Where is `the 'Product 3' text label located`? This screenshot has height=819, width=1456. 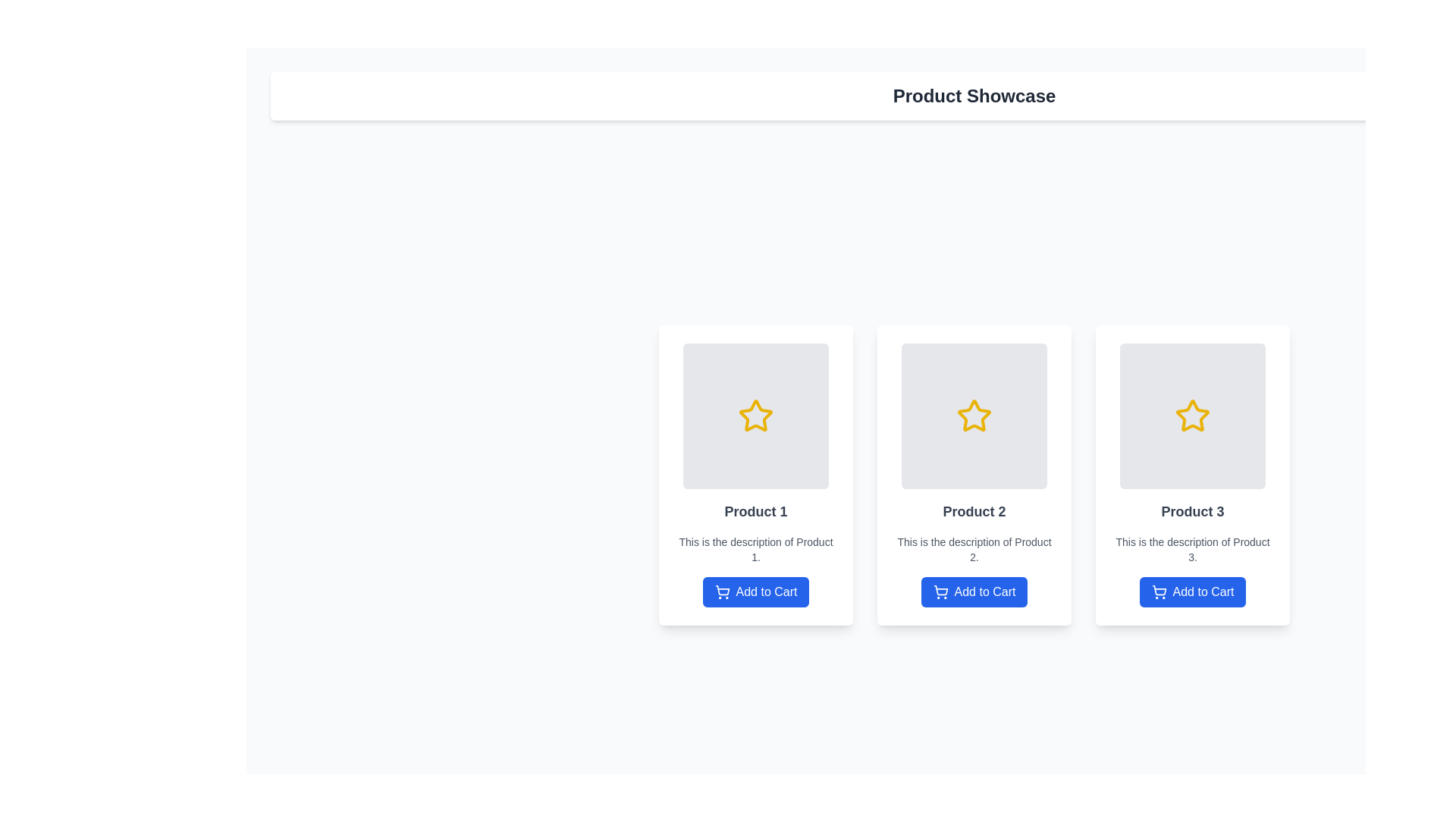 the 'Product 3' text label located is located at coordinates (1192, 512).